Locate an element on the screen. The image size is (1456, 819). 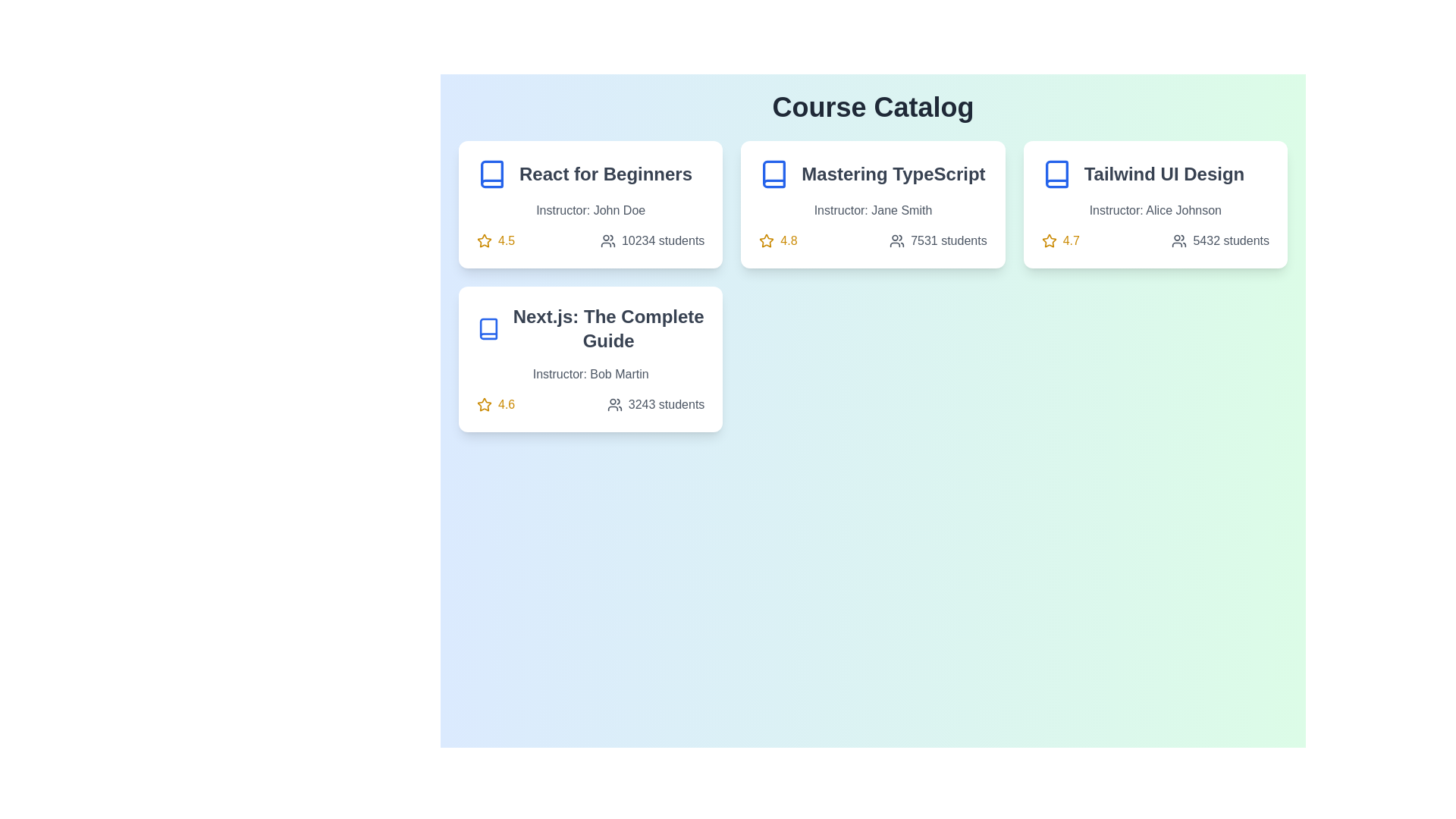
the text label displaying 'Mastering TypeScript', which is styled in bold, large dark gray font and serves as the main heading within the course panel is located at coordinates (873, 174).